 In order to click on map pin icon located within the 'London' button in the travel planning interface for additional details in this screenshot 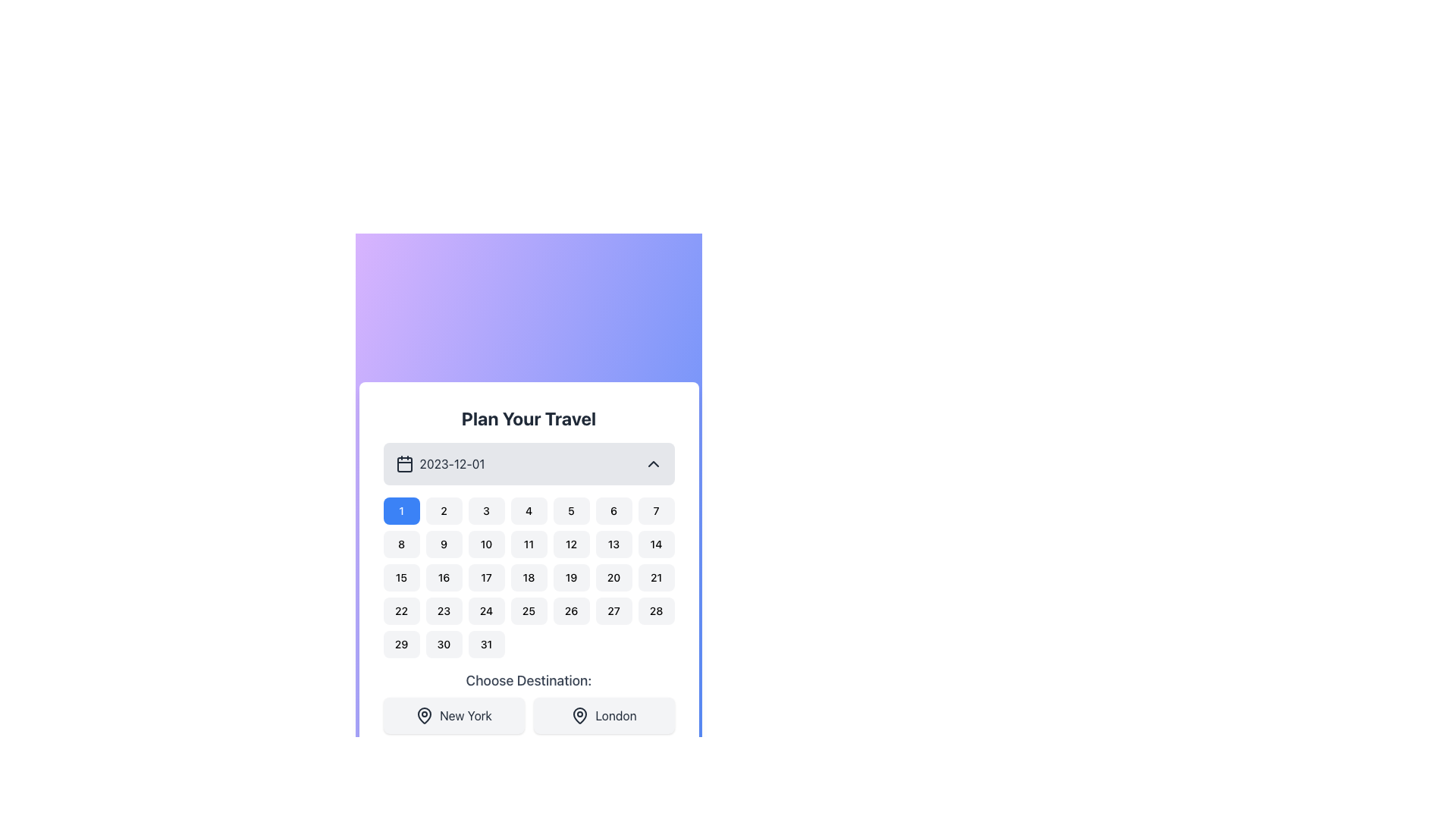, I will do `click(579, 716)`.